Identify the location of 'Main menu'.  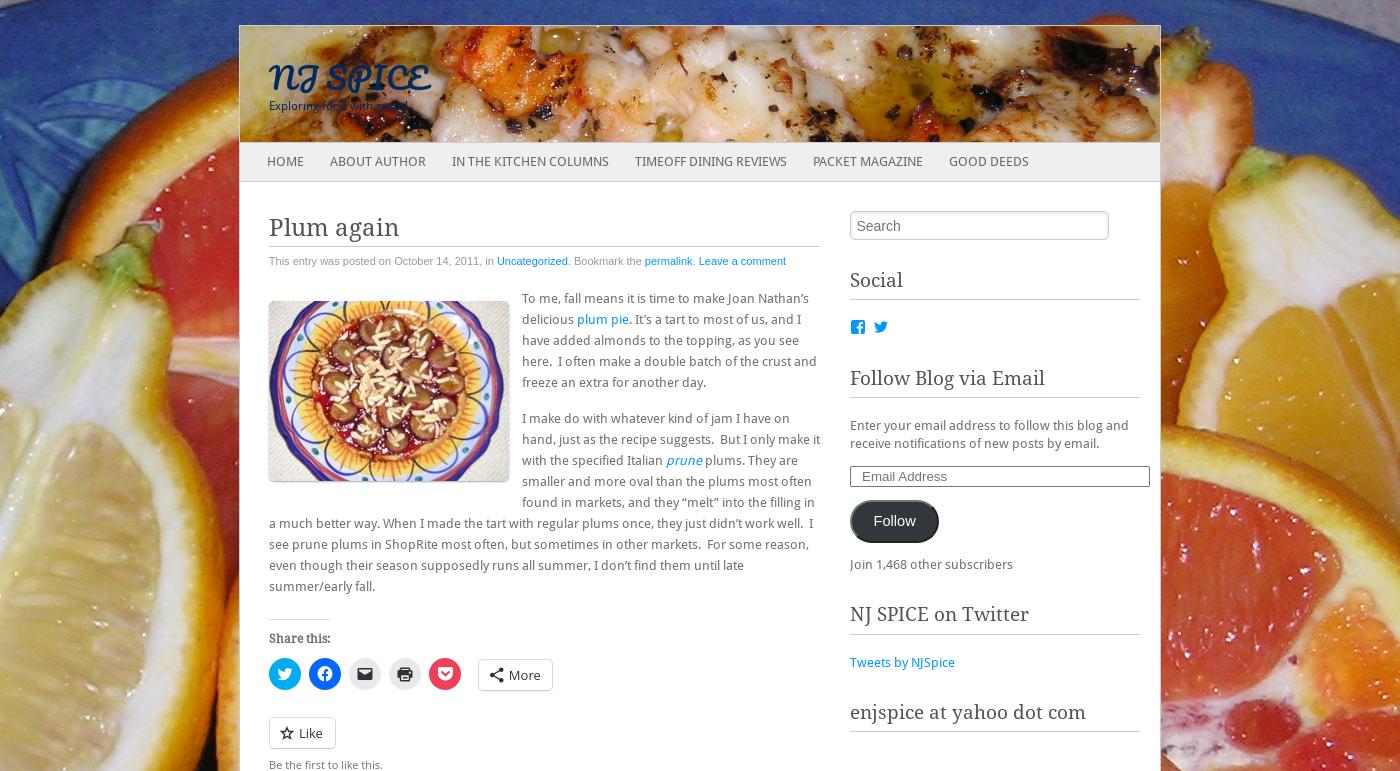
(294, 152).